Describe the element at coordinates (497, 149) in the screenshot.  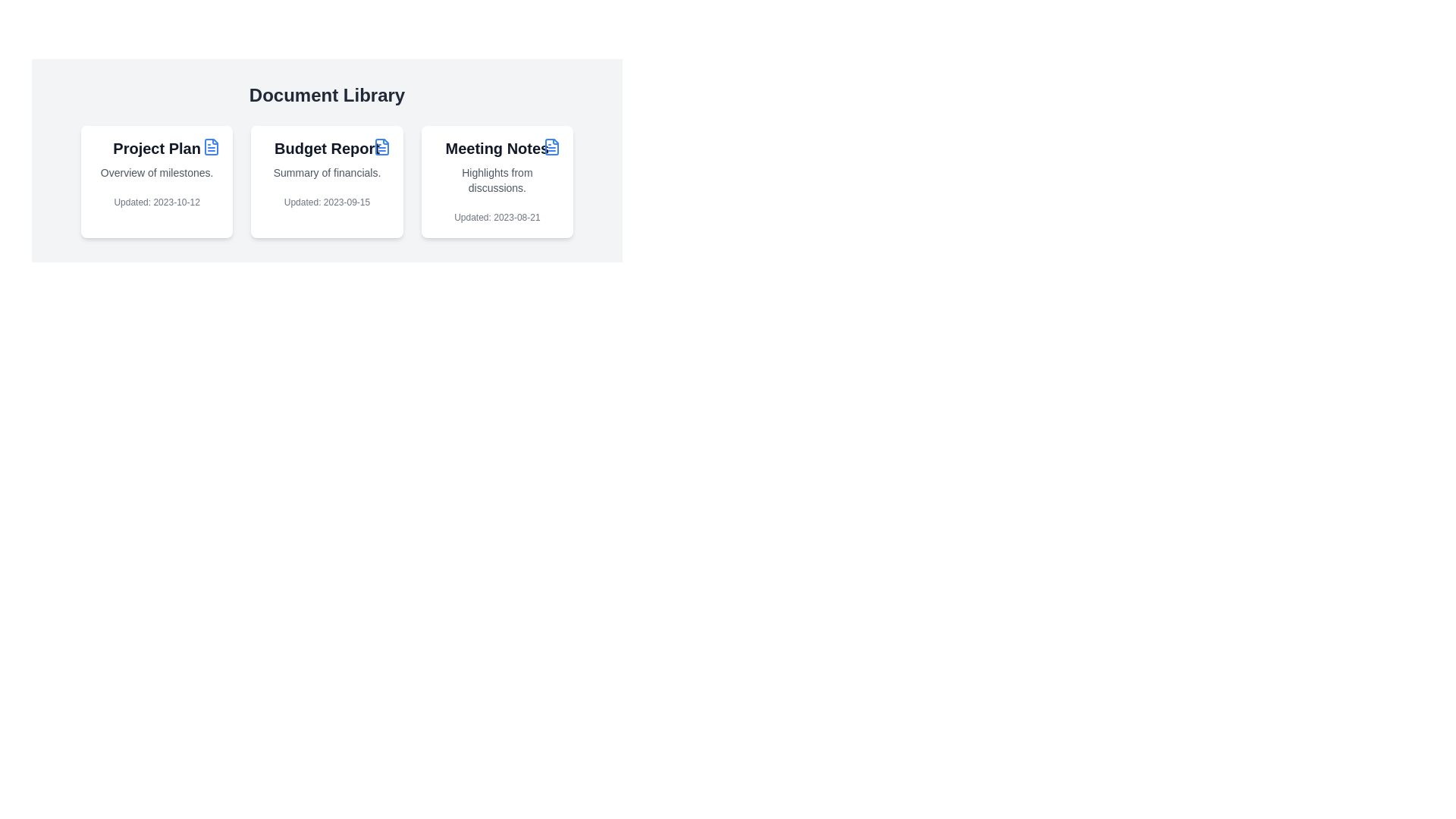
I see `text label located at the top of the rightmost card under the heading 'Document Library', summarizing its content` at that location.